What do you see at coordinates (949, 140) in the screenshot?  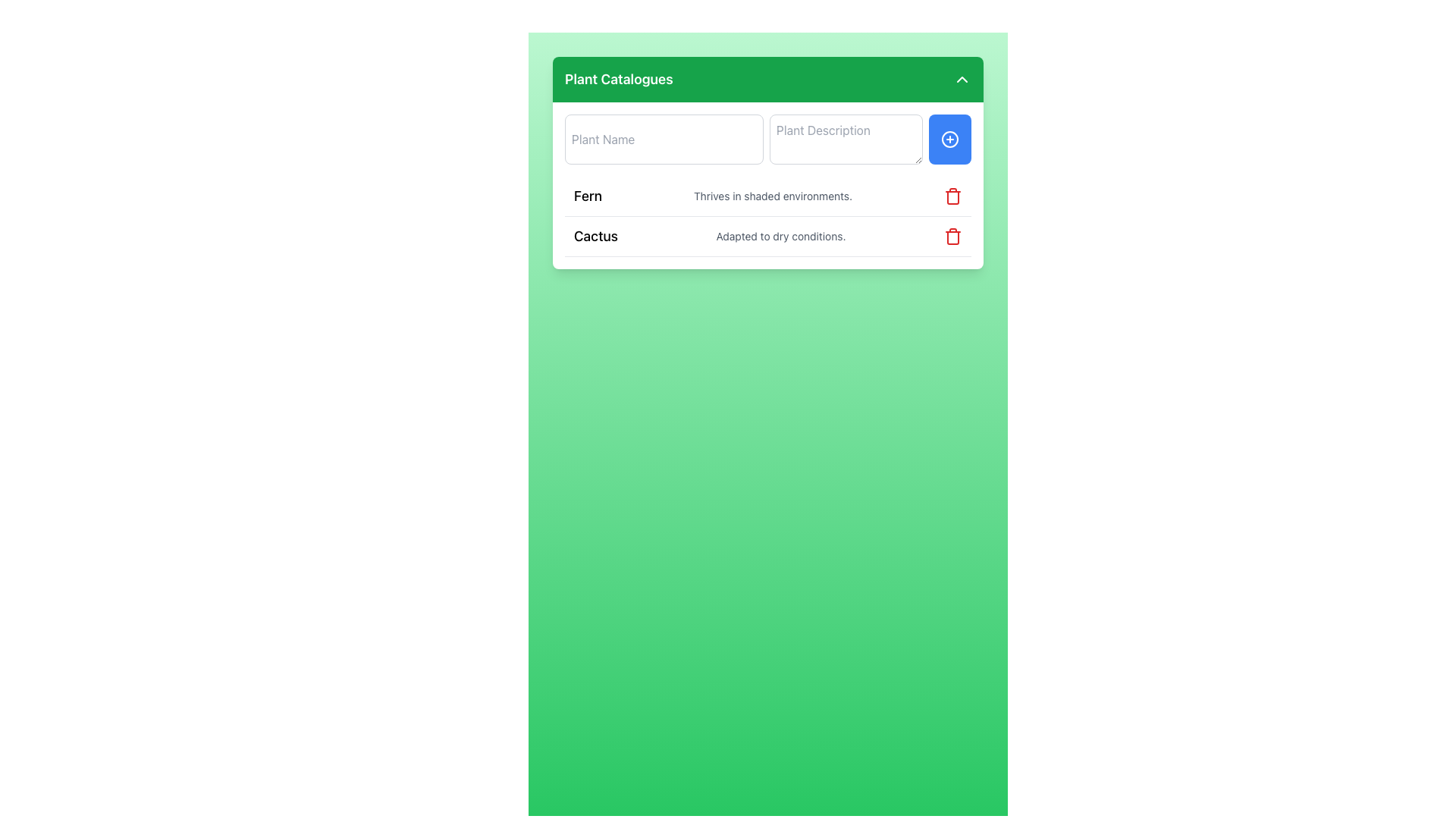 I see `the circular area that is part of the '+' icon located in the top-right corner of the user input area for adding a new plant entry` at bounding box center [949, 140].